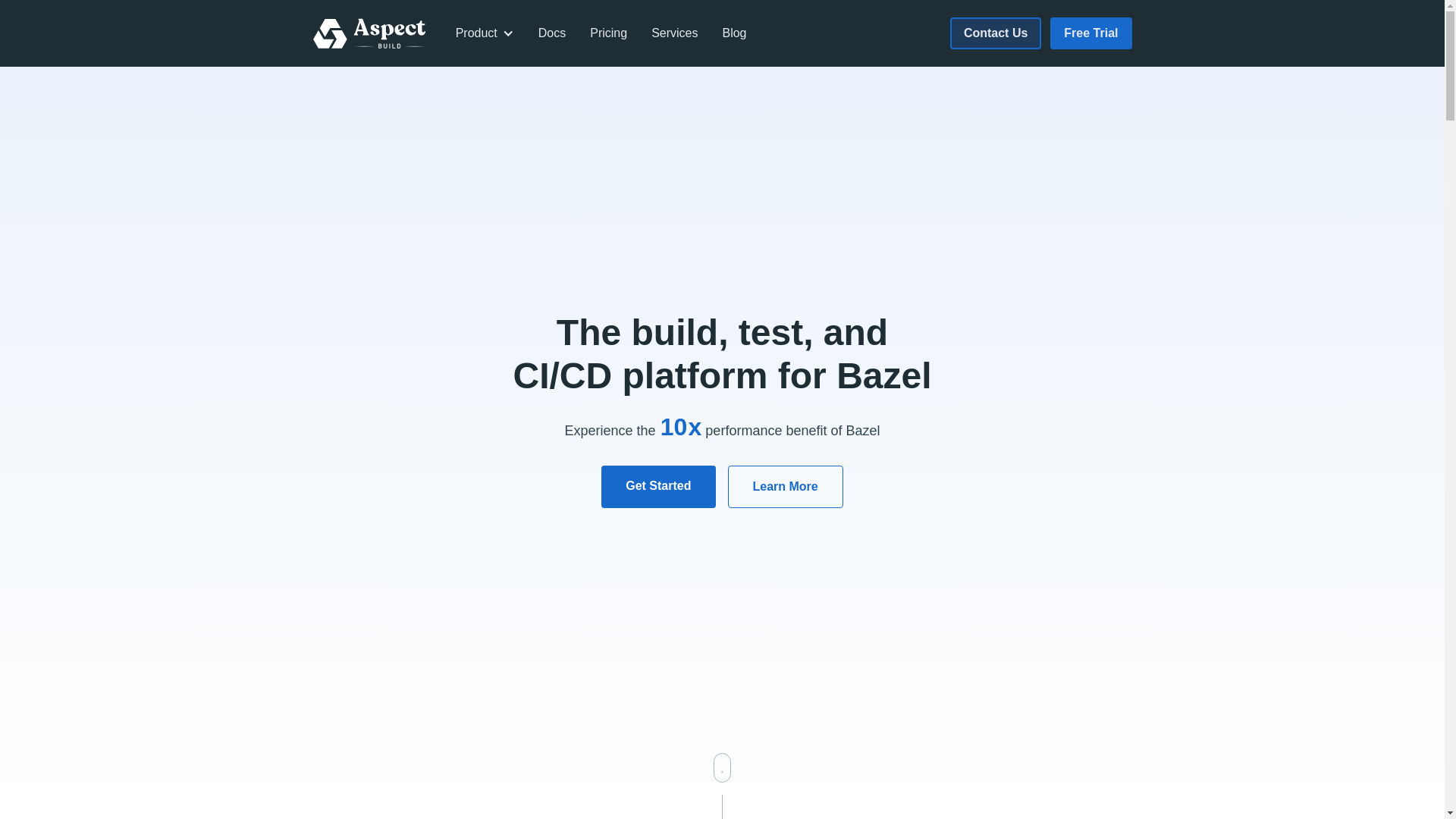 The height and width of the screenshot is (819, 1456). Describe the element at coordinates (786, 486) in the screenshot. I see `'Learn More'` at that location.